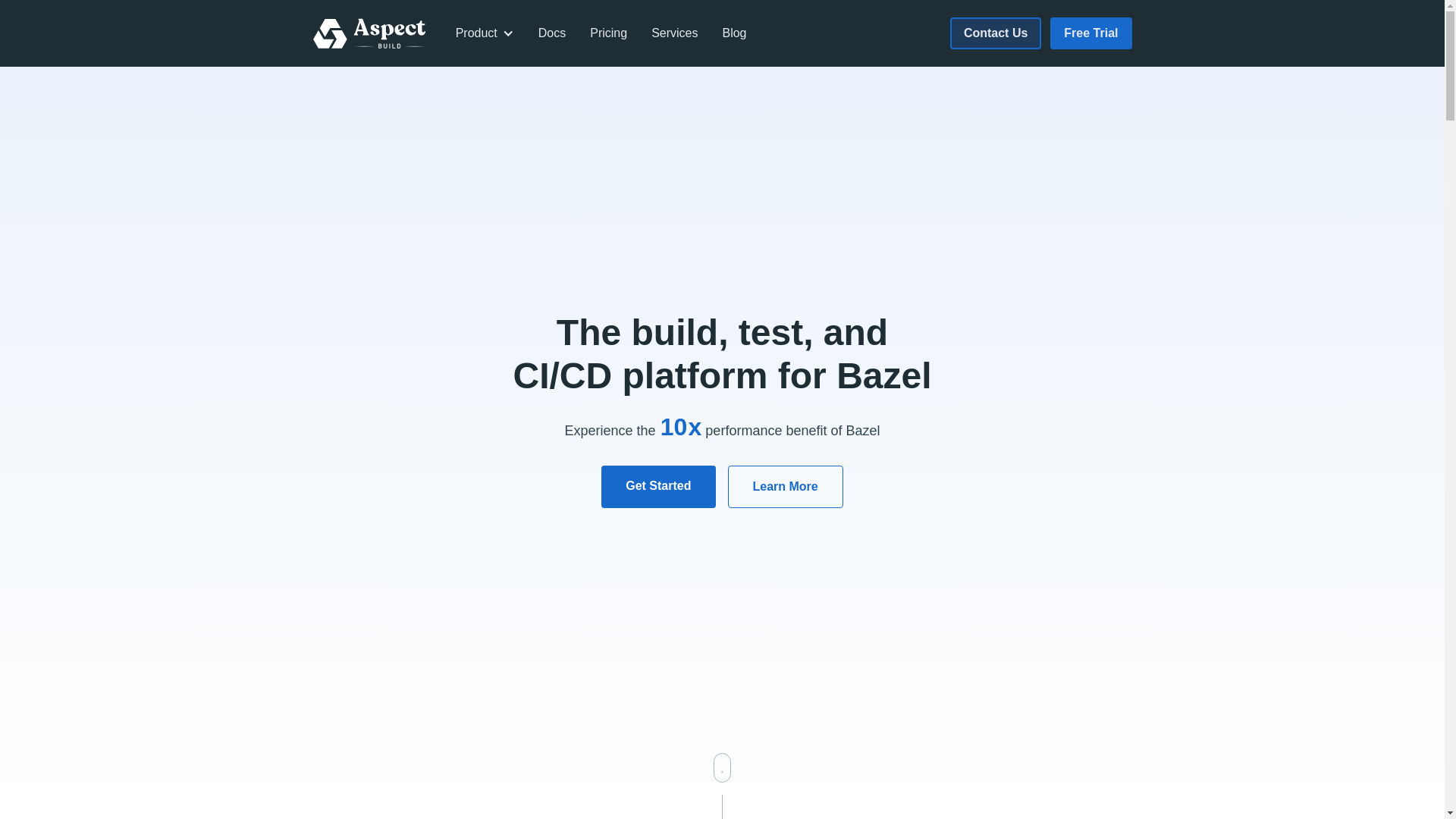 The height and width of the screenshot is (819, 1456). Describe the element at coordinates (786, 486) in the screenshot. I see `'Learn More'` at that location.